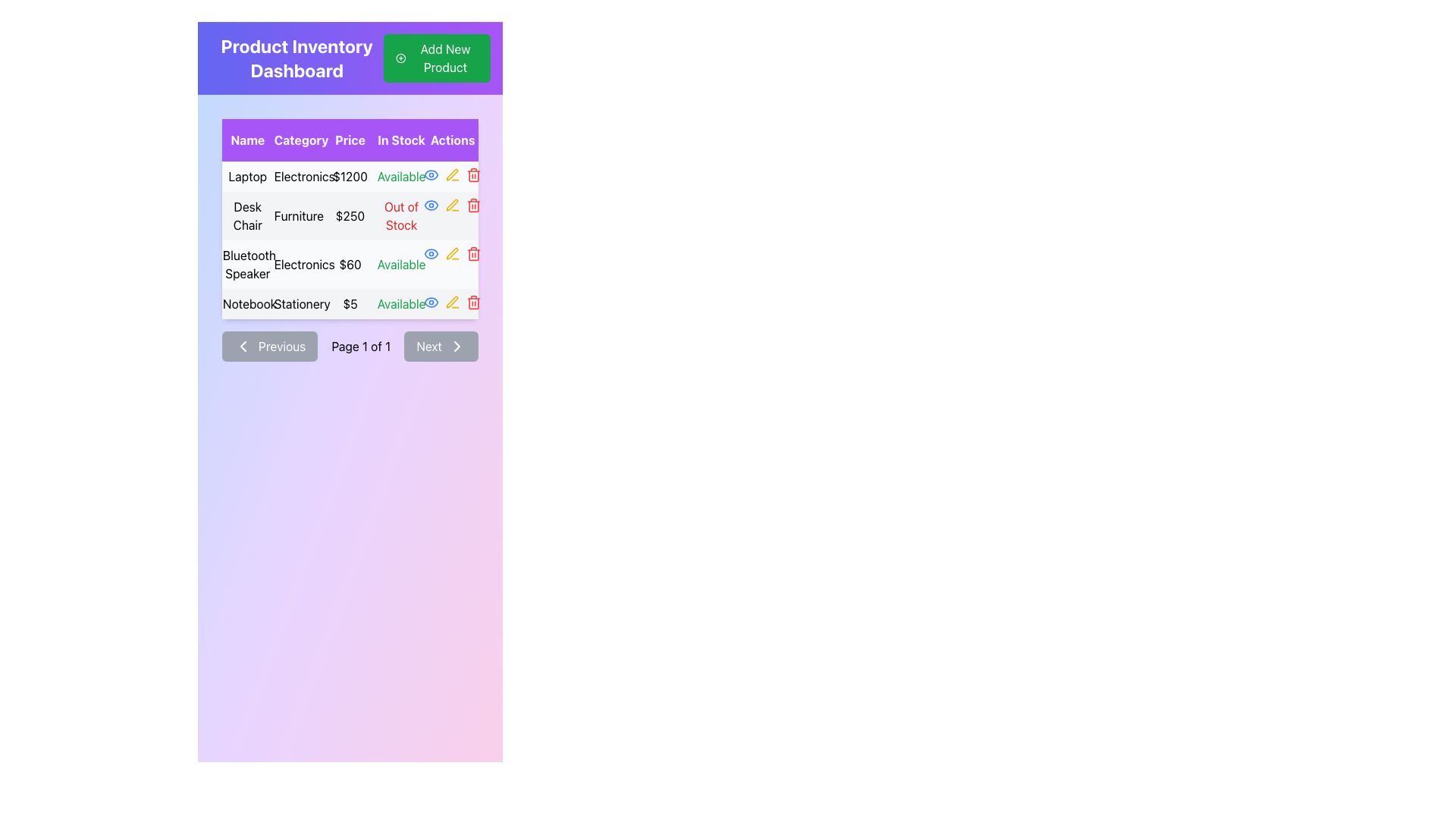  Describe the element at coordinates (441, 346) in the screenshot. I see `the navigation button located at the bottom-right area of the page` at that location.